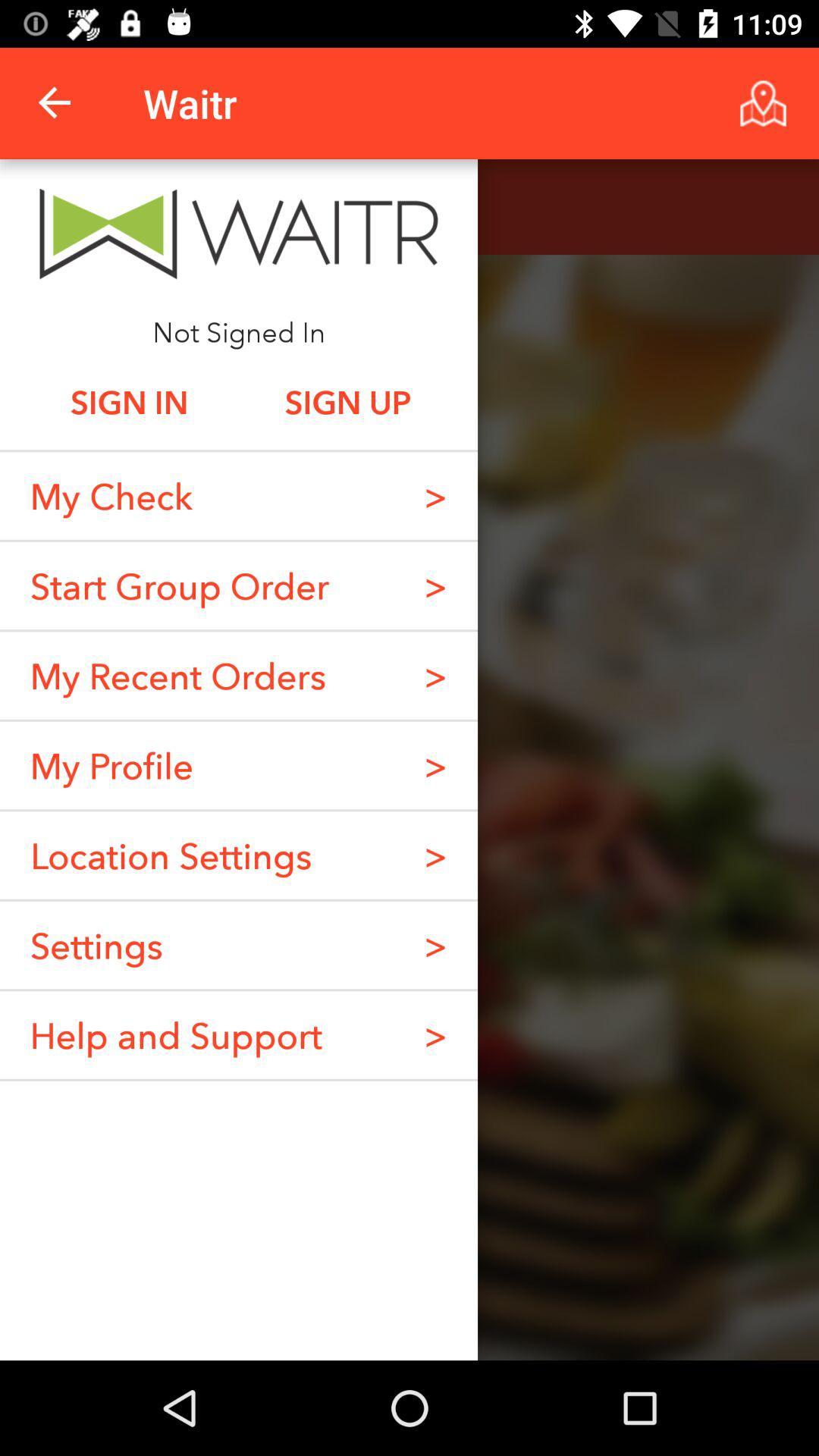  What do you see at coordinates (435, 855) in the screenshot?
I see `item below the > item` at bounding box center [435, 855].